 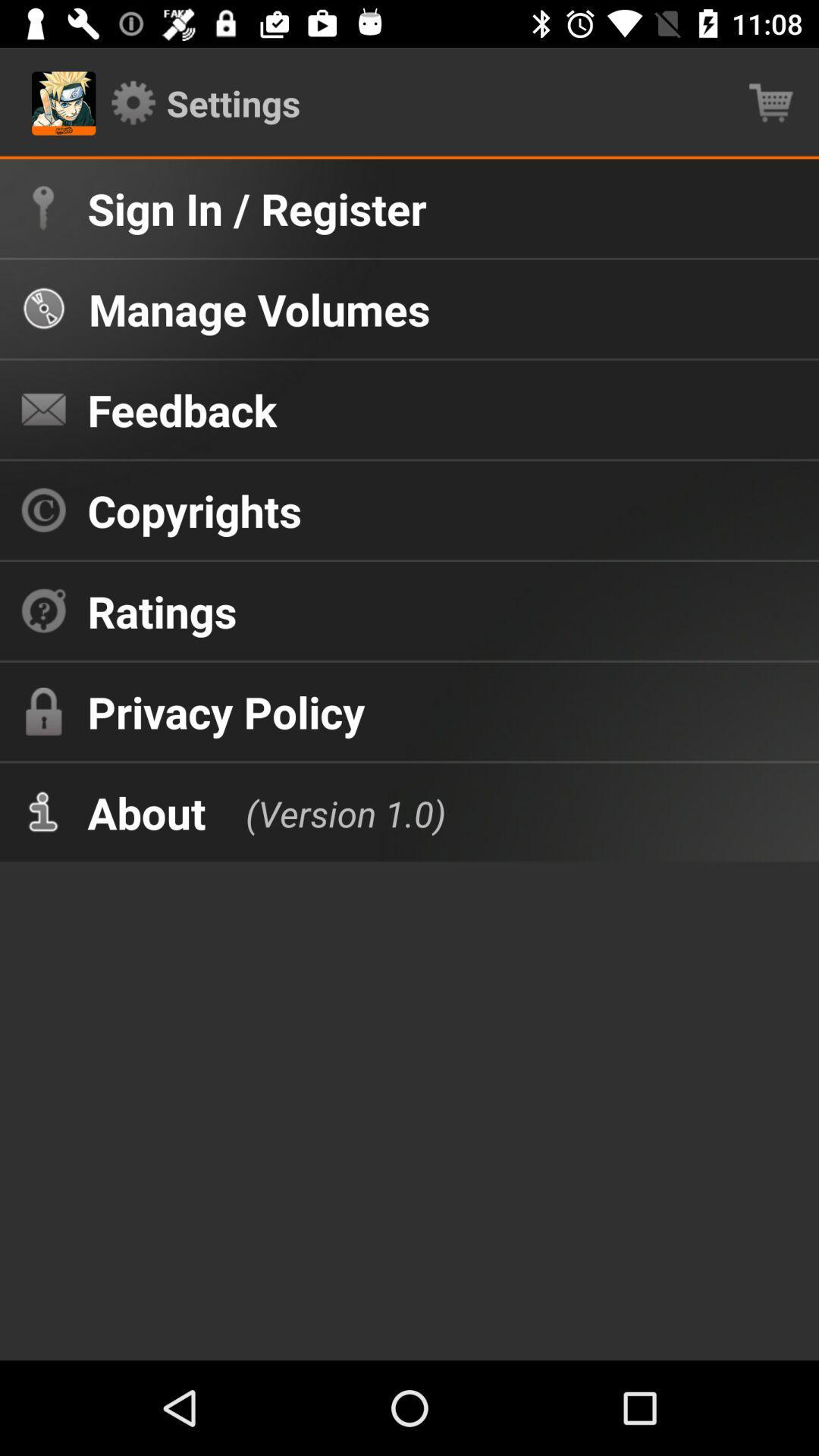 What do you see at coordinates (181, 409) in the screenshot?
I see `item below the manage volumes` at bounding box center [181, 409].